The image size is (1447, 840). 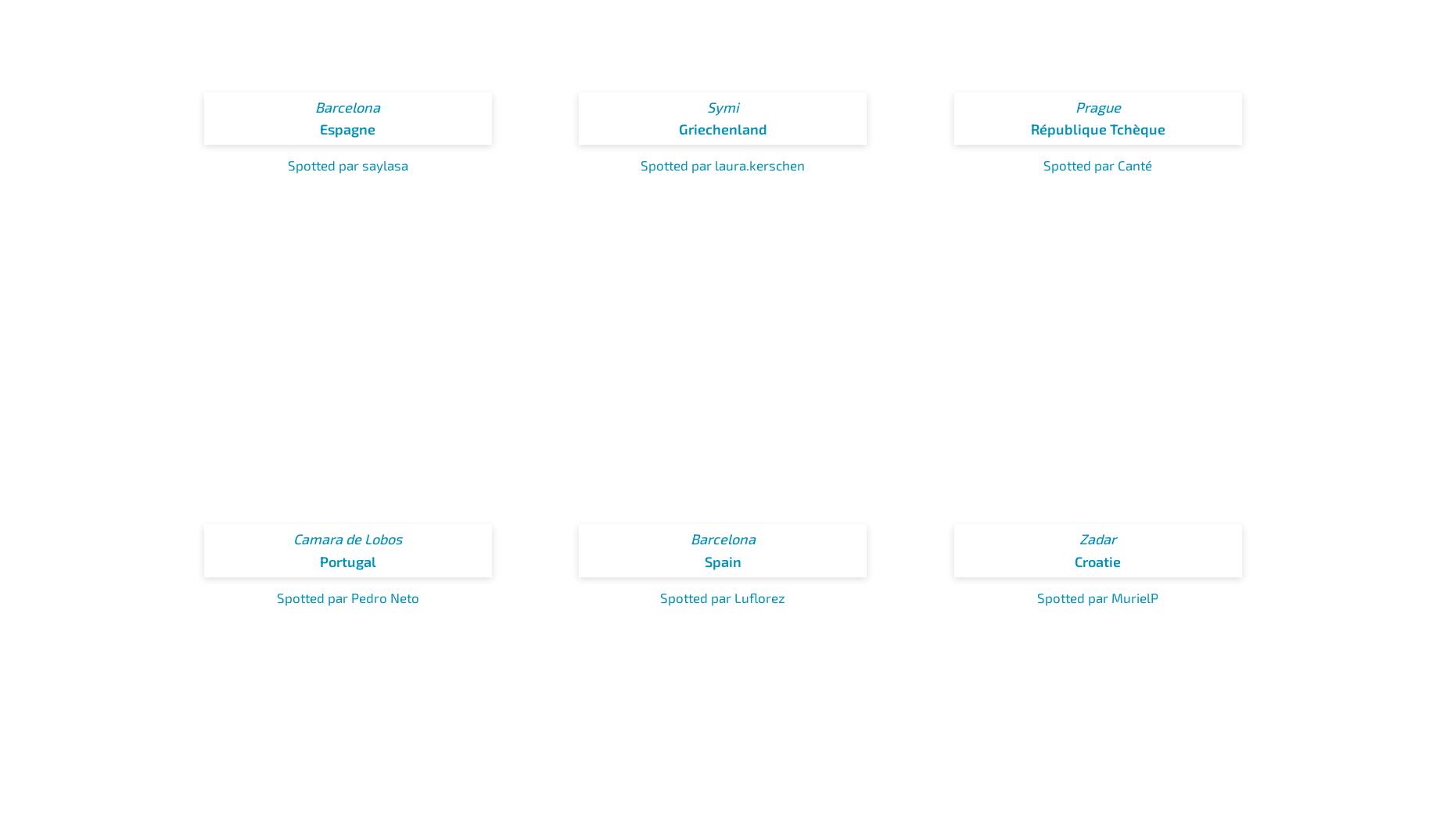 I want to click on 'Spotted par Luflorez', so click(x=723, y=595).